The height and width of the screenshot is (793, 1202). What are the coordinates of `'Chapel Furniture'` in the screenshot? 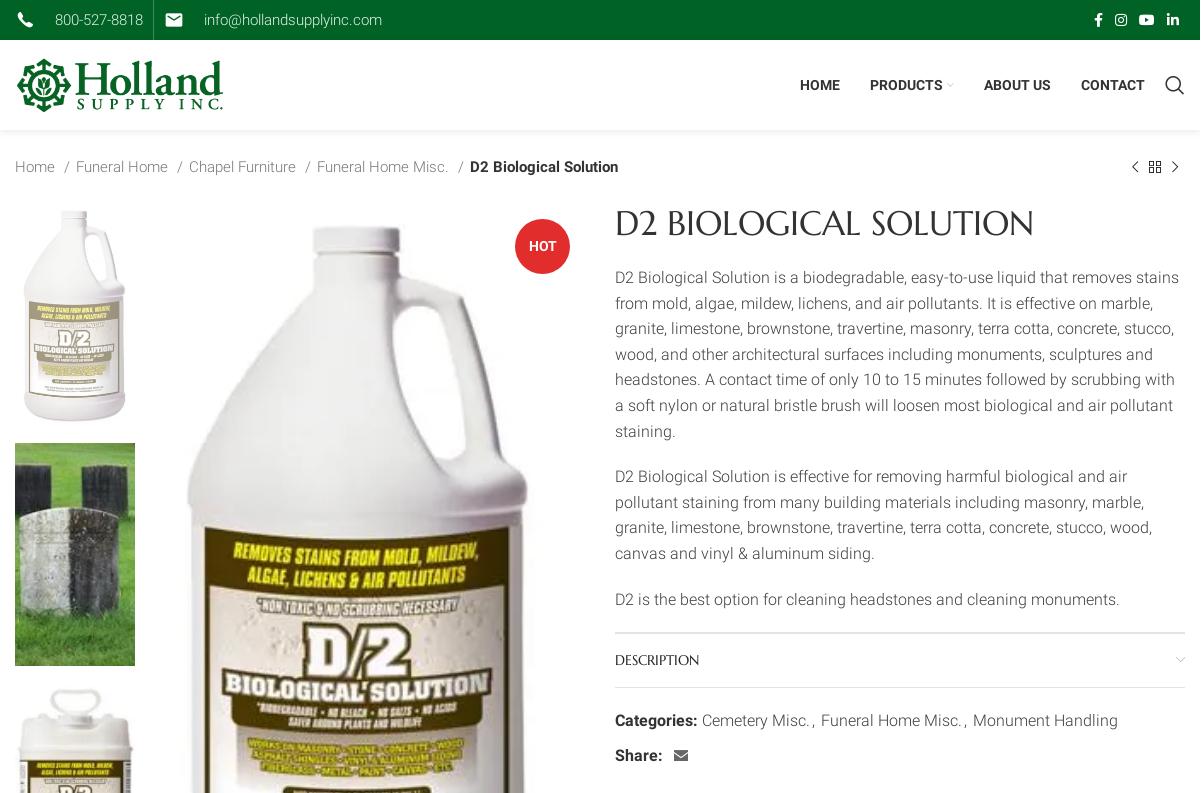 It's located at (244, 167).